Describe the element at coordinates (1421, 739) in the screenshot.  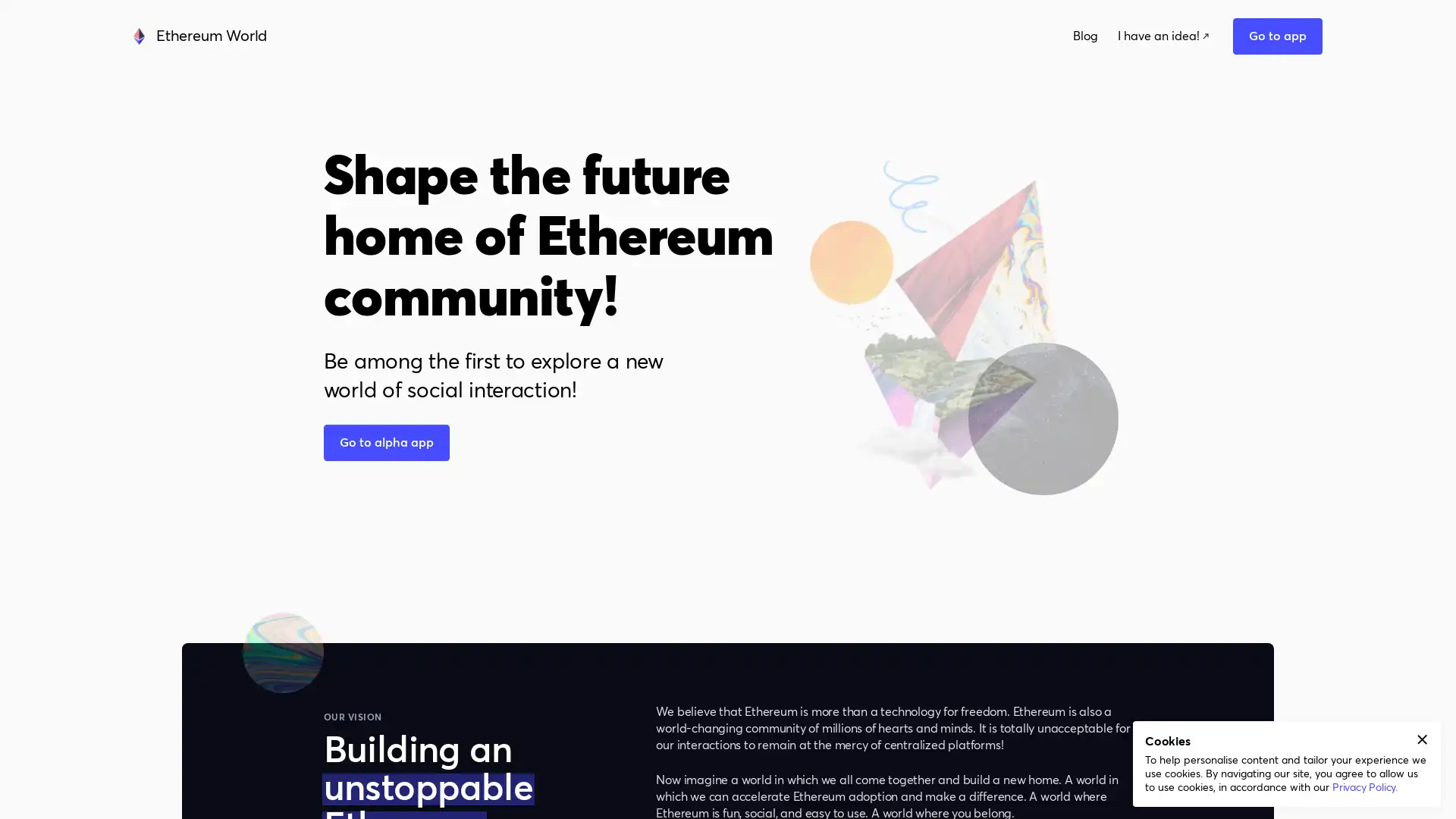
I see `Accept cookies` at that location.